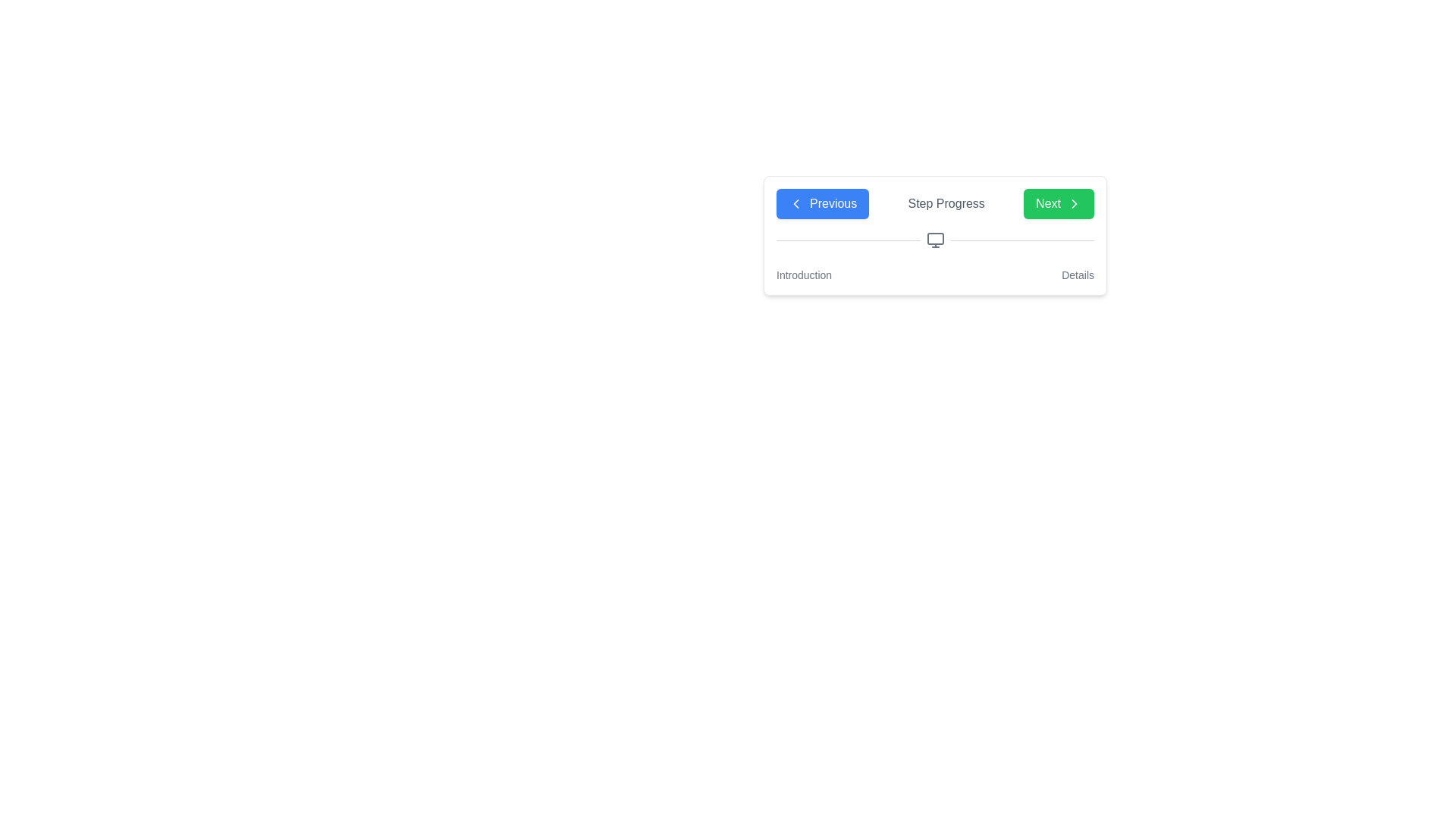 Image resolution: width=1456 pixels, height=819 pixels. What do you see at coordinates (934, 203) in the screenshot?
I see `'Step Progress' text located in the center of the Navigation control, which features 'Previous' and 'Next' buttons on either side` at bounding box center [934, 203].